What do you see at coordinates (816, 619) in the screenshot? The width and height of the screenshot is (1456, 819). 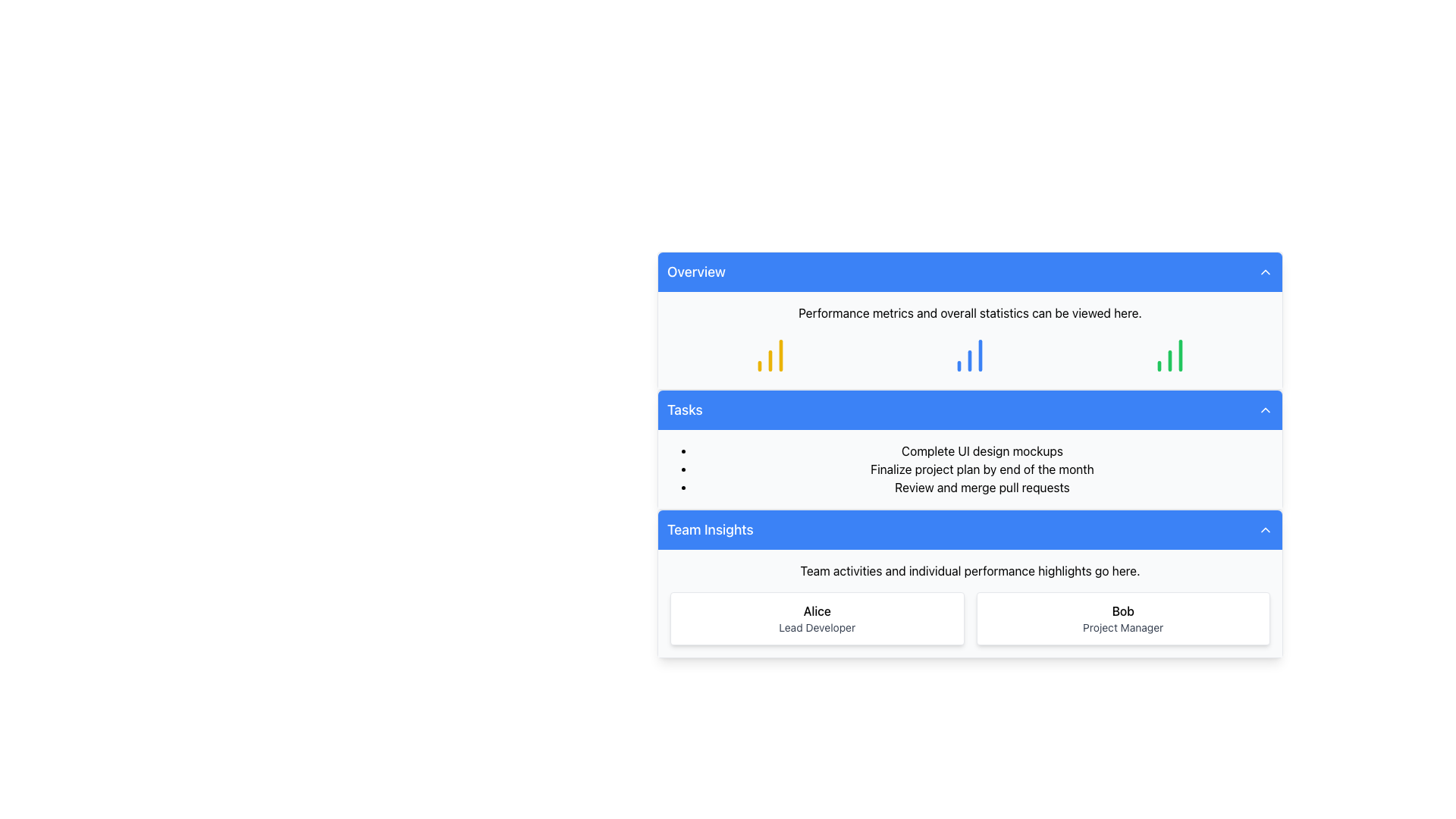 I see `displayed information on the Card Component showing 'Alice' and 'Lead Developer', which is the first card in the 'Team Insights' section` at bounding box center [816, 619].